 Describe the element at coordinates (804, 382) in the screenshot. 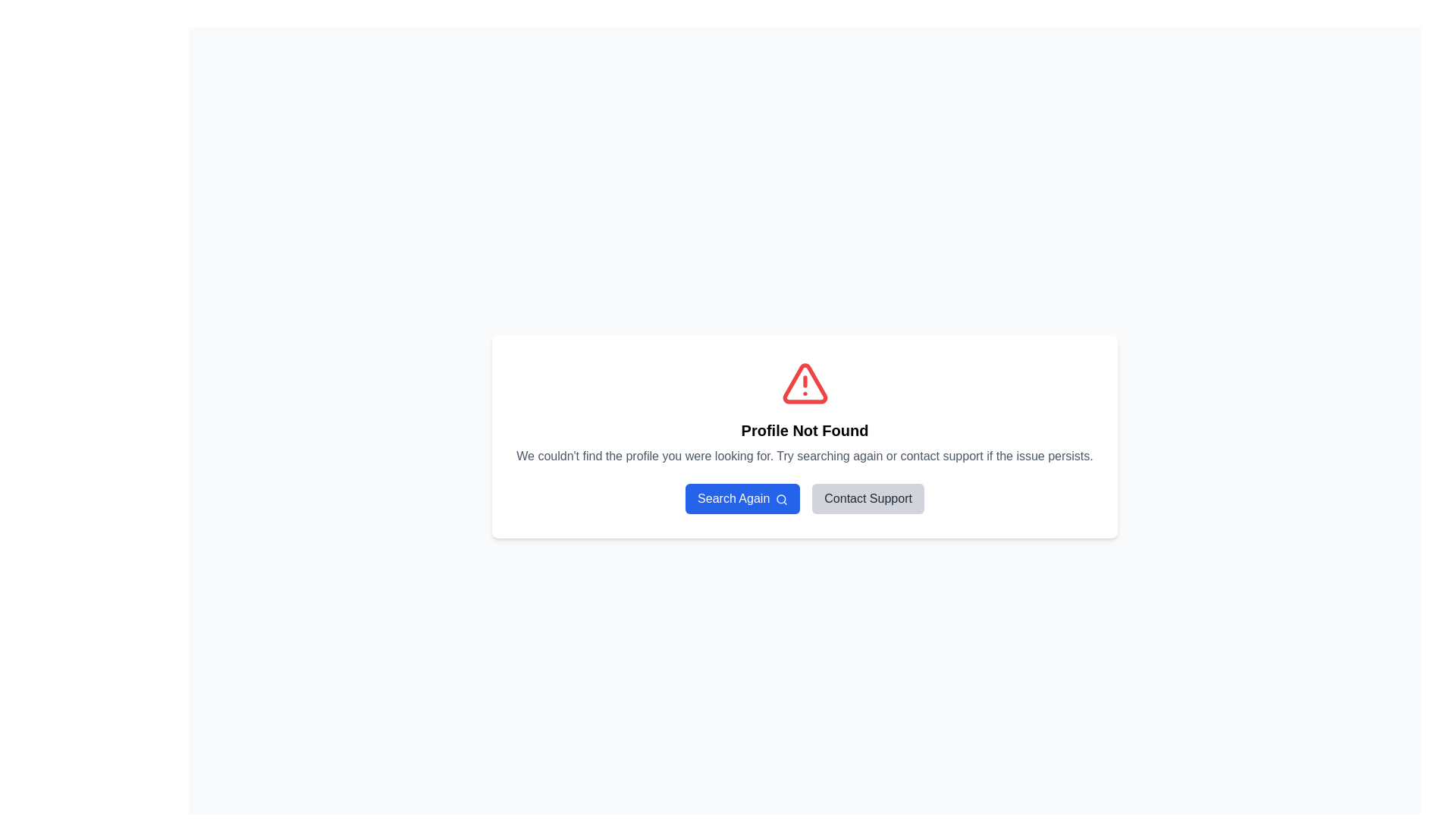

I see `the alert icon that is centrally positioned above the 'Profile Not Found' text, which visually complements the error message` at that location.